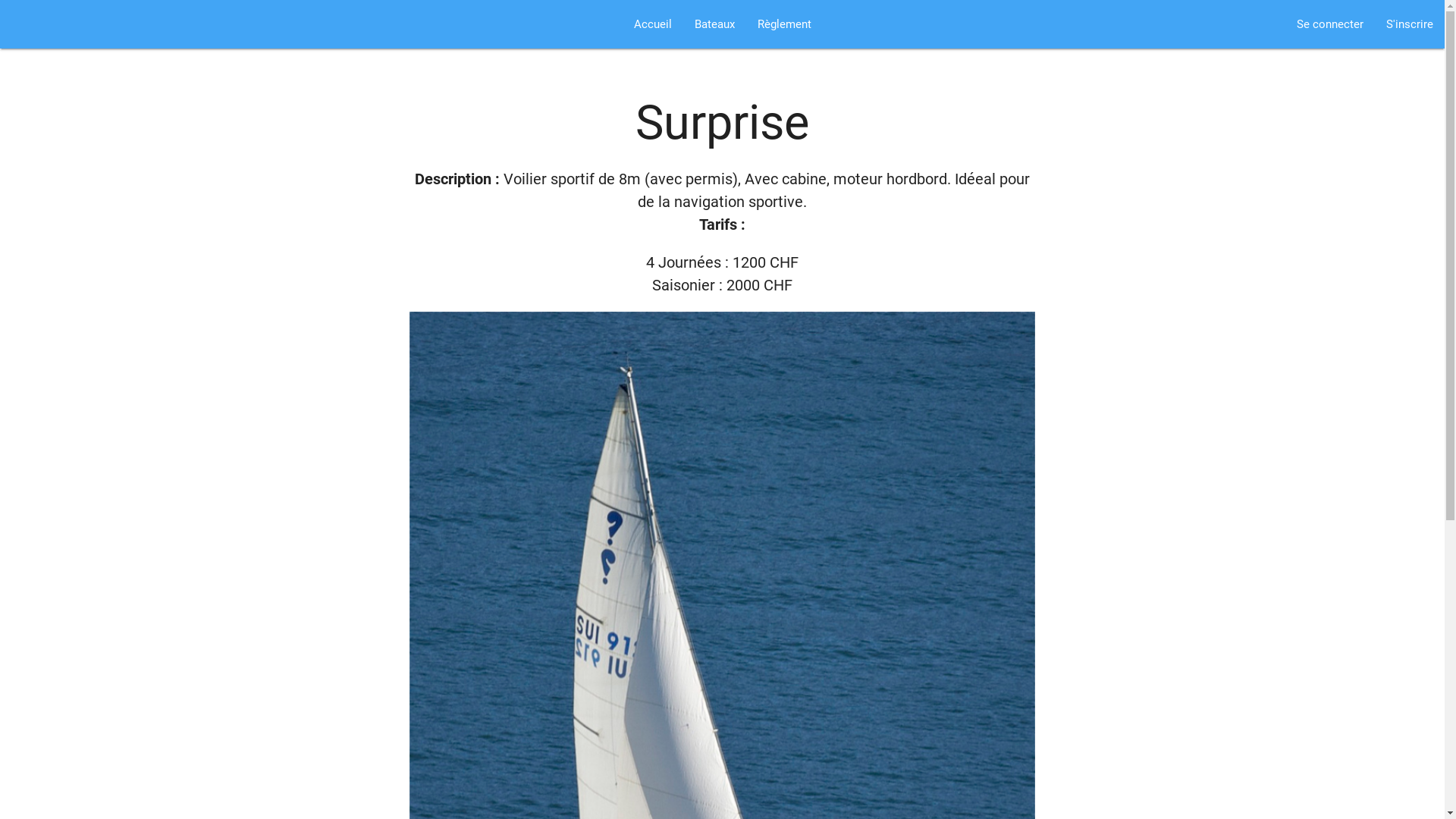 Image resolution: width=1456 pixels, height=819 pixels. Describe the element at coordinates (651, 24) in the screenshot. I see `'Accueil'` at that location.